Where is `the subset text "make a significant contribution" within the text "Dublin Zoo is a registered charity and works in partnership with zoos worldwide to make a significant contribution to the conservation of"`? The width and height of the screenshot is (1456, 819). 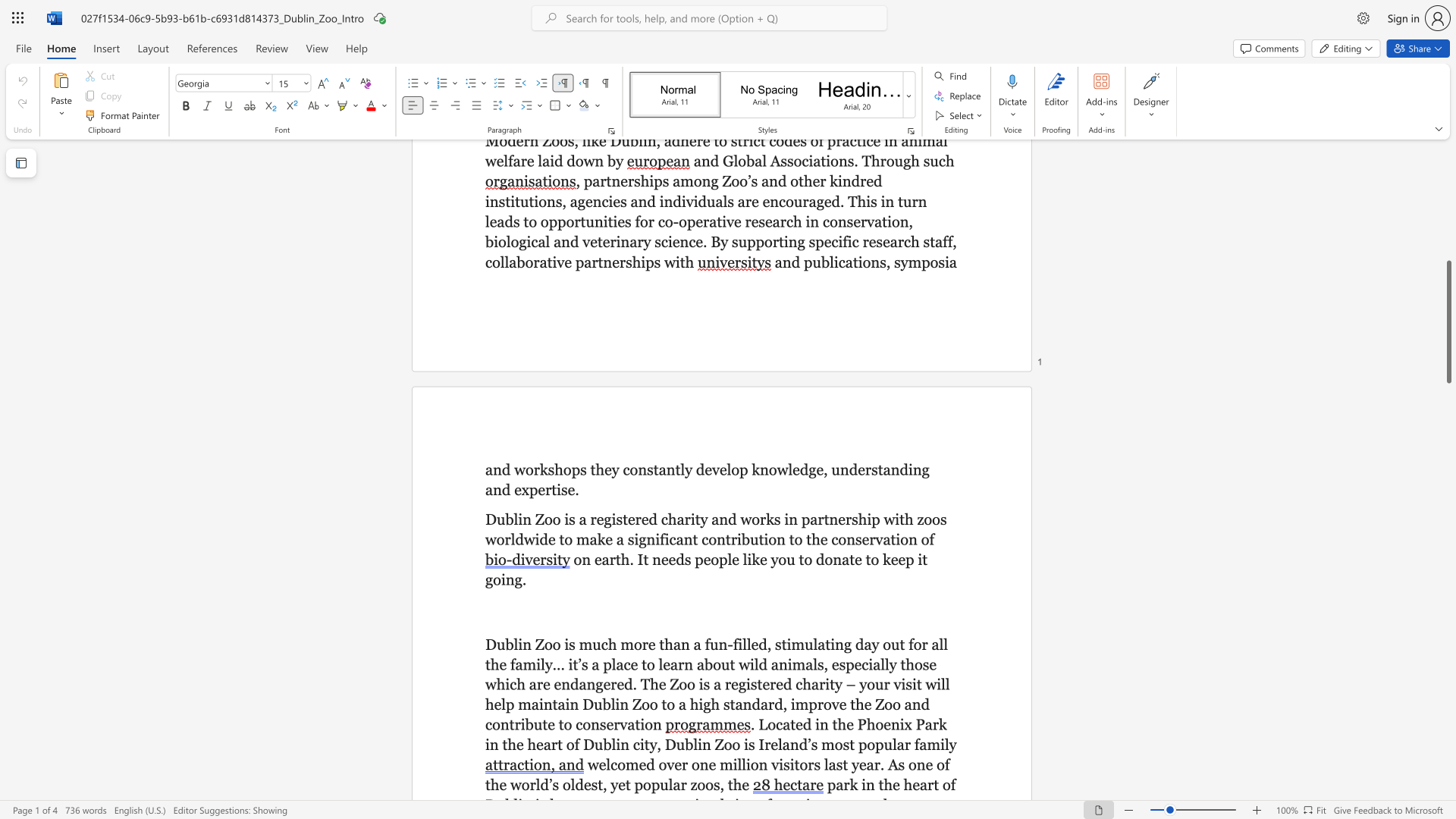 the subset text "make a significant contribution" within the text "Dublin Zoo is a registered charity and works in partnership with zoos worldwide to make a significant contribution to the conservation of" is located at coordinates (575, 538).